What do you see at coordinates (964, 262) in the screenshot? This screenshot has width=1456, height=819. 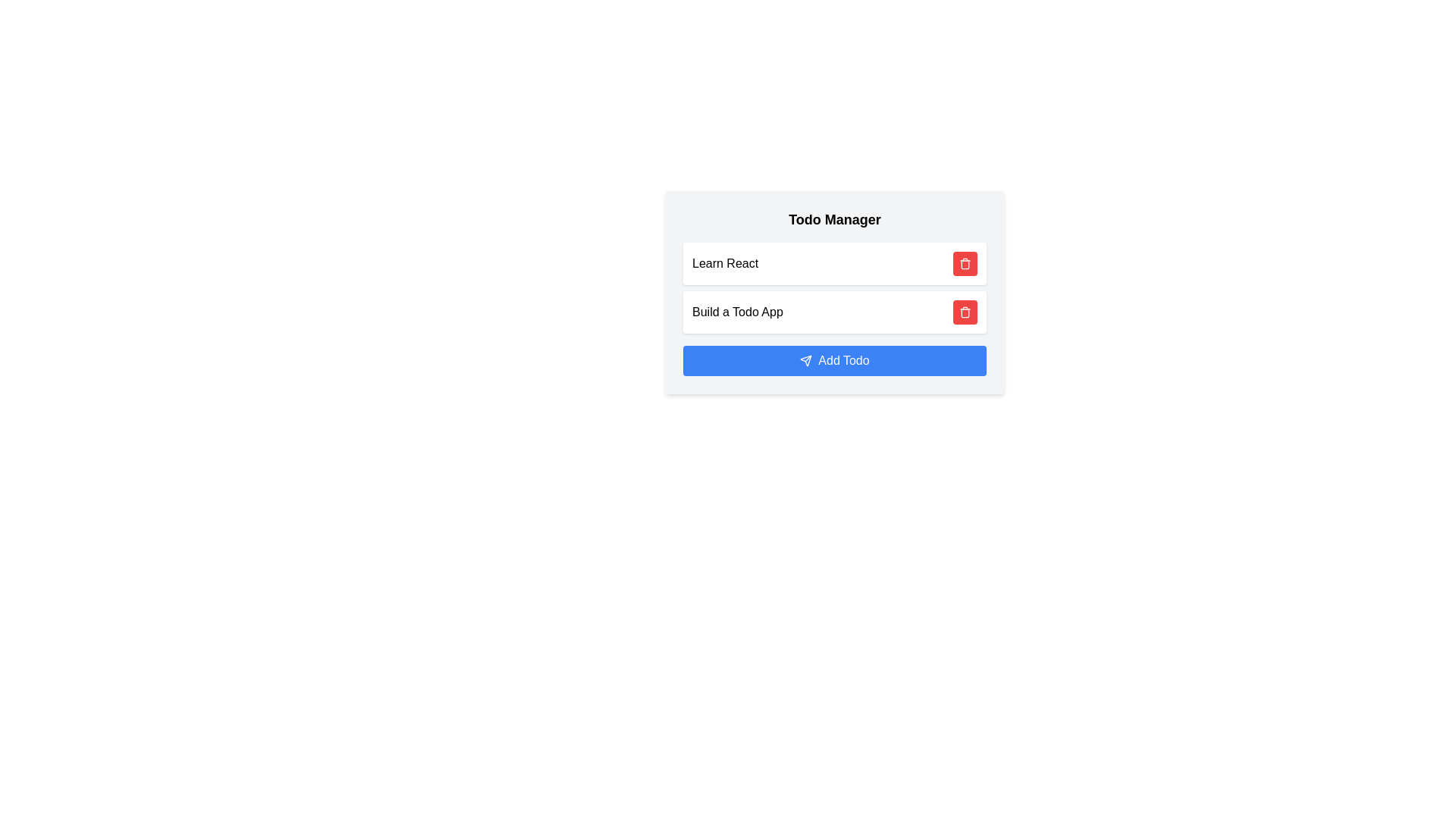 I see `the delete button` at bounding box center [964, 262].